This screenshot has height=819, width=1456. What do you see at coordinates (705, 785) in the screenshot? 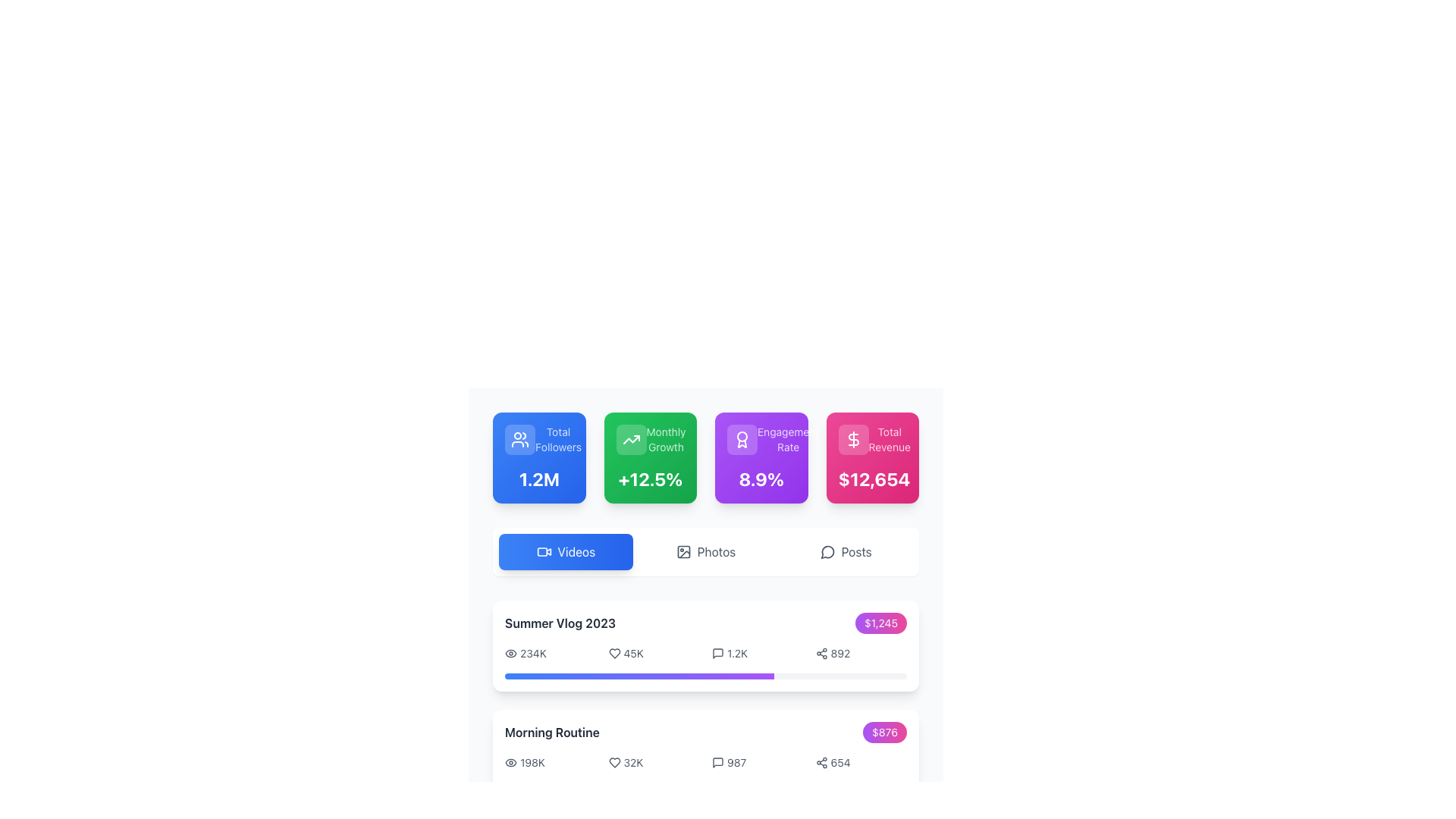
I see `the Progress bar located at the bottom section of the 'Morning Routine' card, which visually represents the completion percentage for the associated metrics` at bounding box center [705, 785].